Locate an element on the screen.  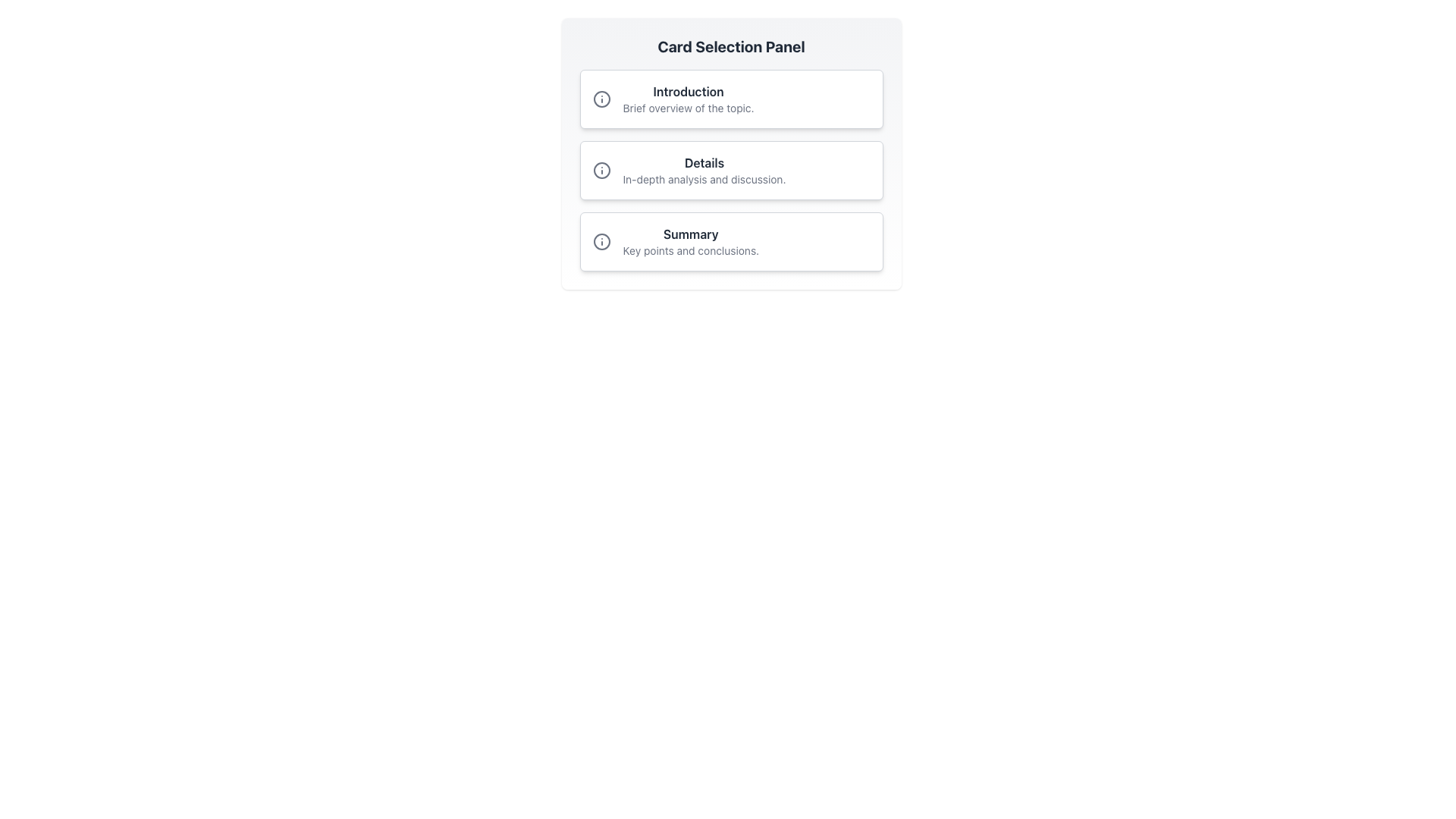
the minimalist styled circle icon located within the 'Introduction' option in the 'Card Selection Panel' is located at coordinates (601, 99).